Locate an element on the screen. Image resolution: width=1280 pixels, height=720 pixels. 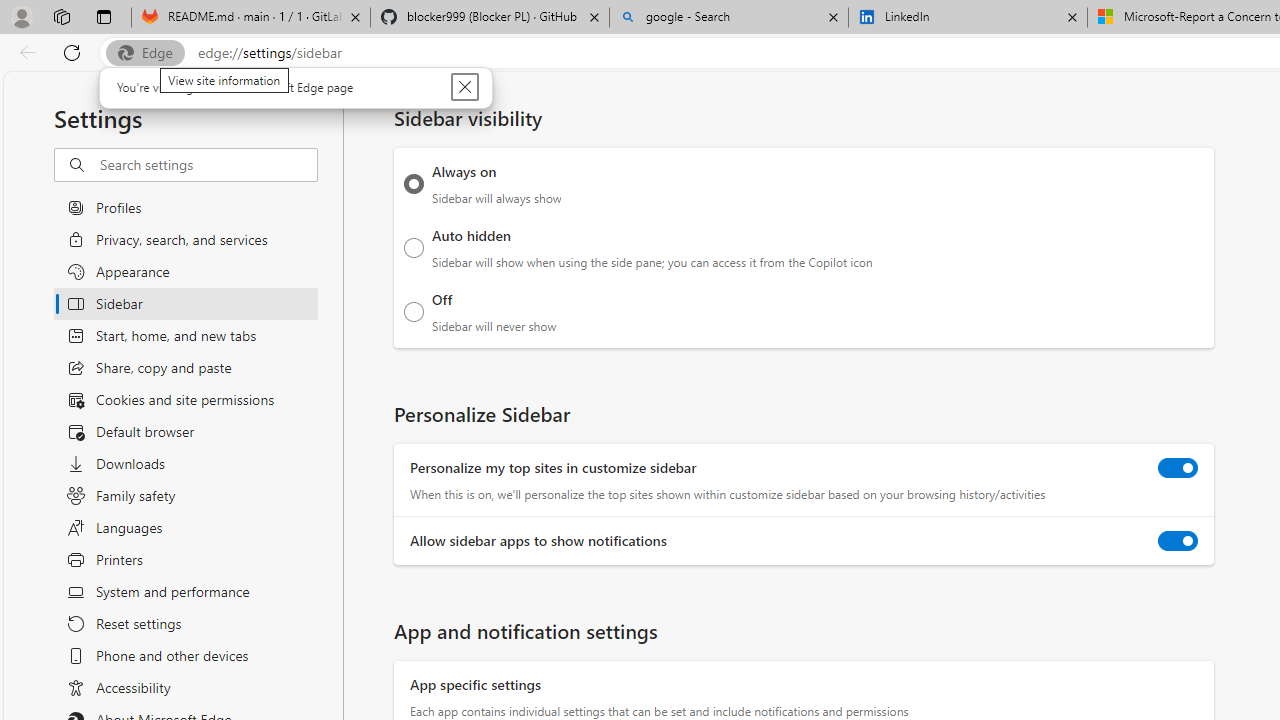
'Off Sidebar will never show' is located at coordinates (413, 311).